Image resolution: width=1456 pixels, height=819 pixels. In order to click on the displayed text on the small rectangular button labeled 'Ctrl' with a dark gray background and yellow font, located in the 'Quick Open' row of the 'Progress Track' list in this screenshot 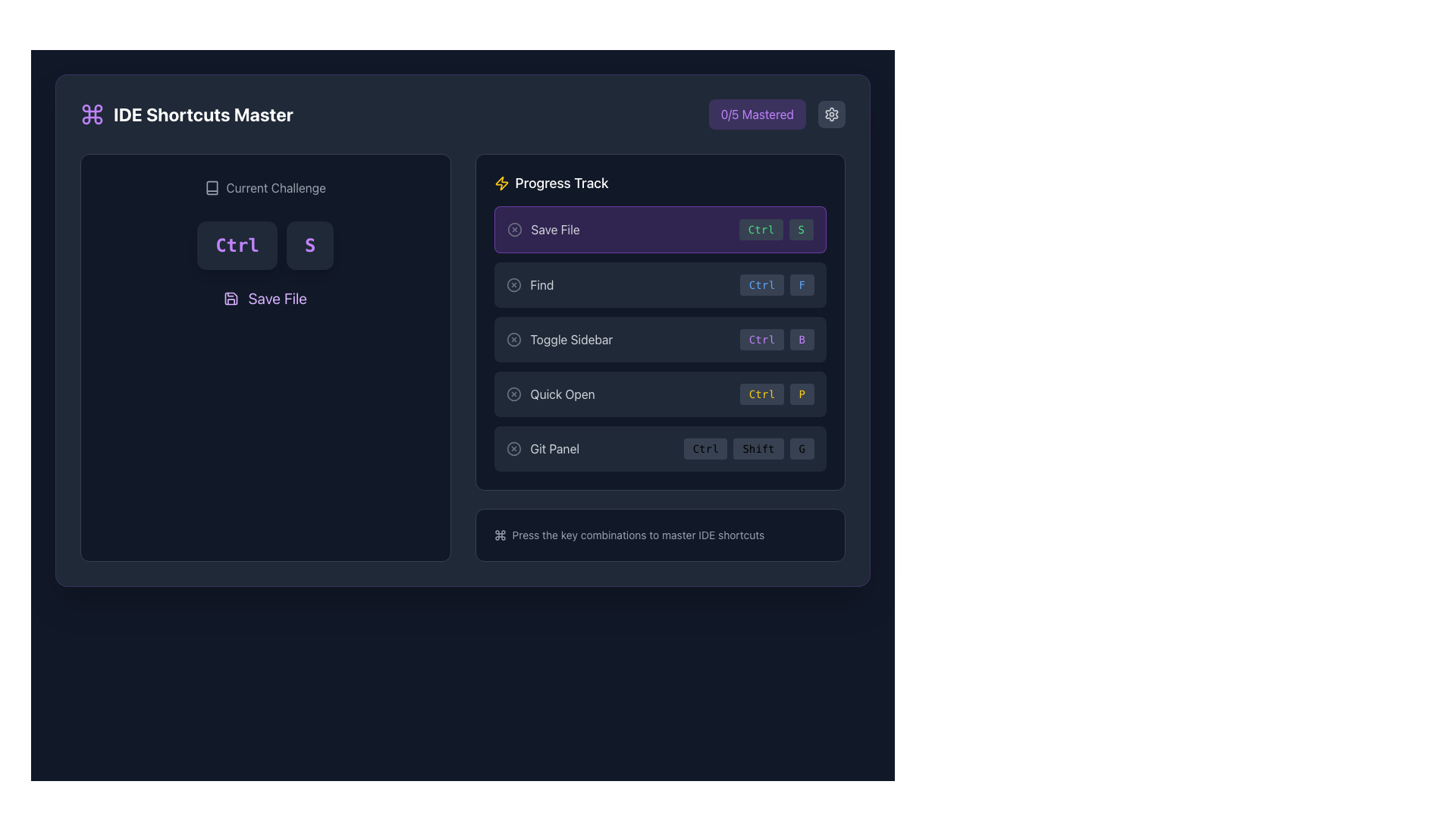, I will do `click(761, 394)`.